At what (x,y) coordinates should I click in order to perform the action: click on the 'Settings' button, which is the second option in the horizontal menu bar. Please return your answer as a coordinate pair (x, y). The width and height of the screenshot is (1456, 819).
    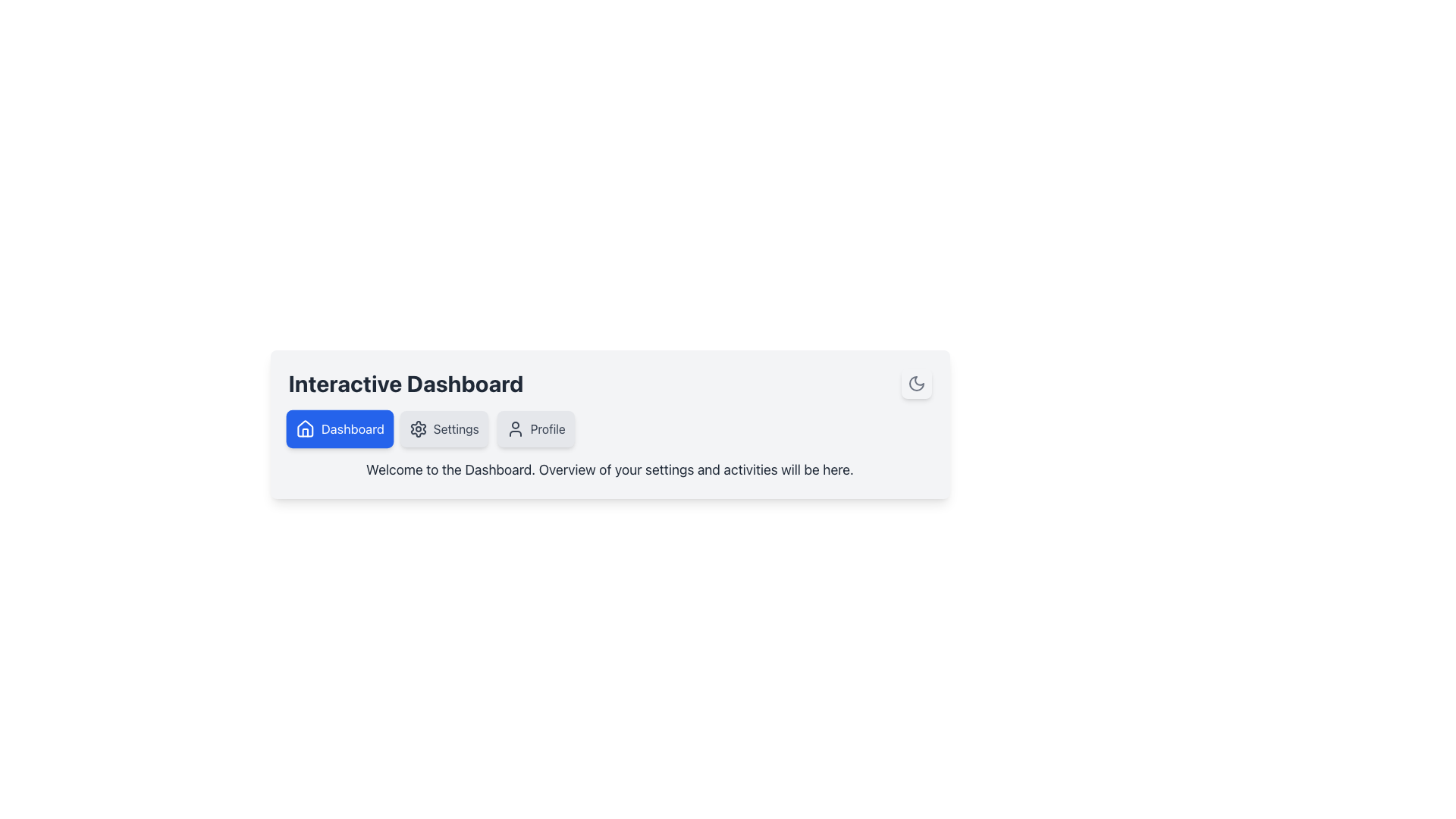
    Looking at the image, I should click on (443, 429).